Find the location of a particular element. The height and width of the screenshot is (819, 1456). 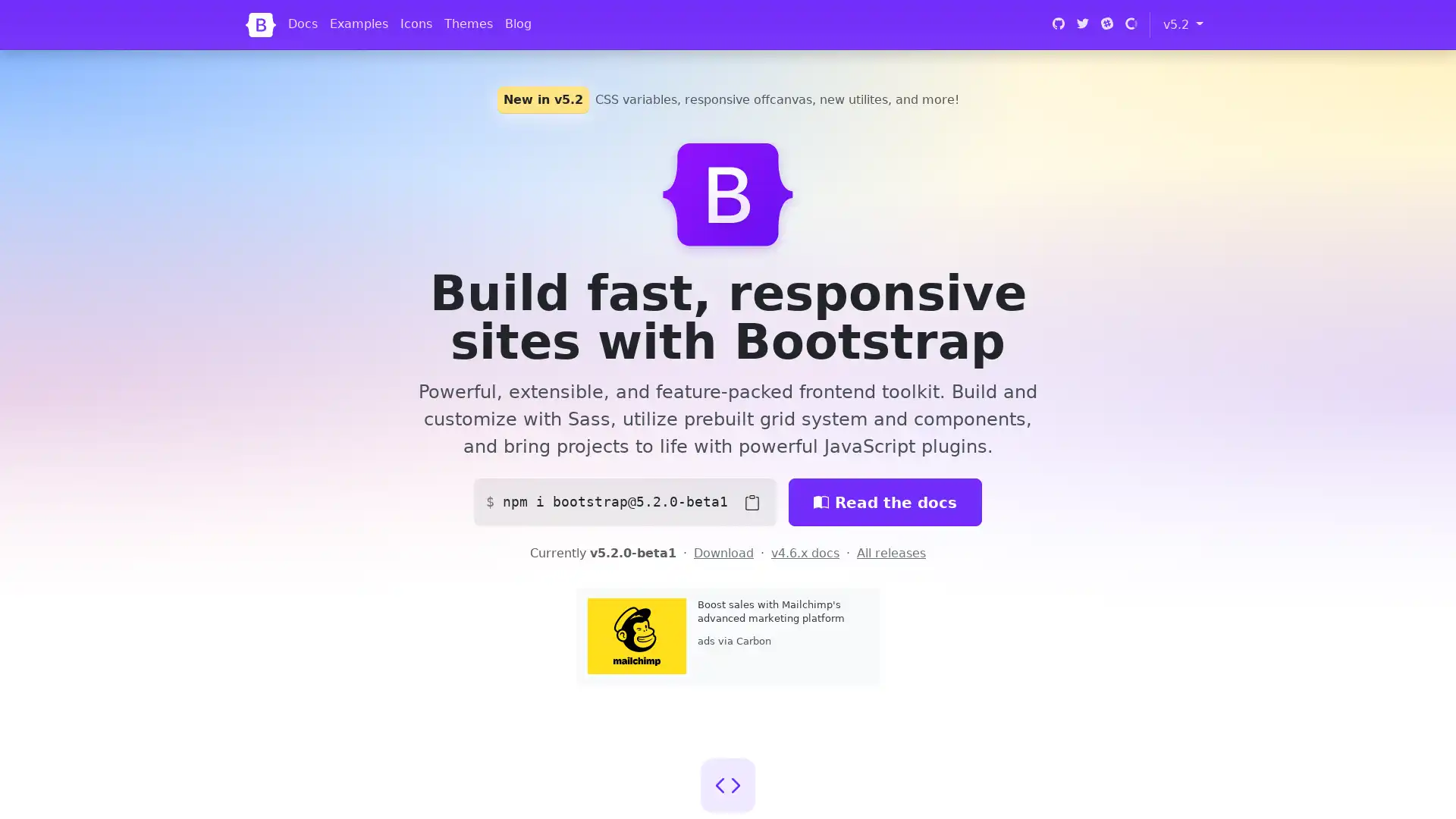

v5.2 is located at coordinates (1182, 25).